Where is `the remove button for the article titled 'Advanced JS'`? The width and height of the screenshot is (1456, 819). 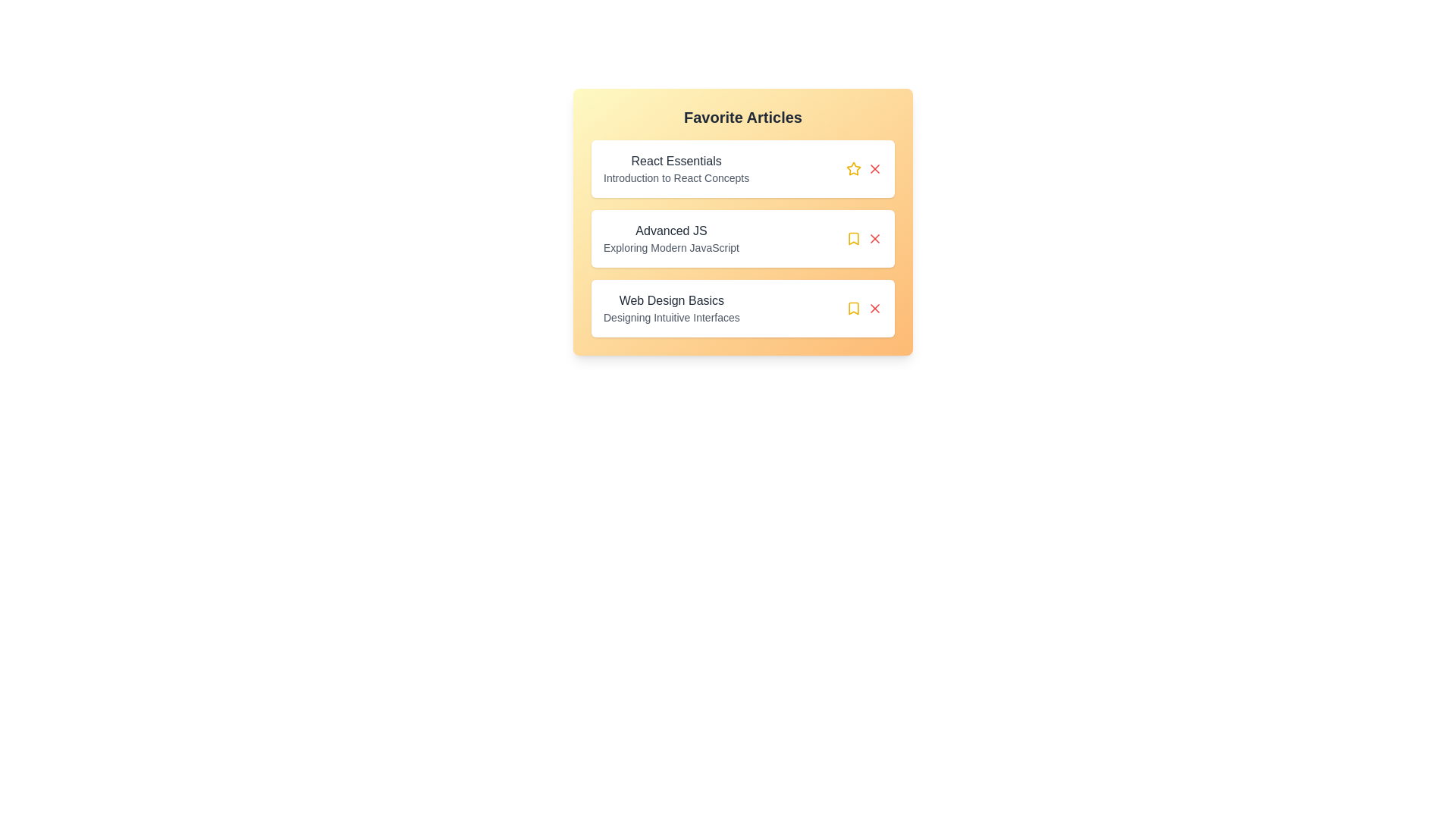 the remove button for the article titled 'Advanced JS' is located at coordinates (874, 239).